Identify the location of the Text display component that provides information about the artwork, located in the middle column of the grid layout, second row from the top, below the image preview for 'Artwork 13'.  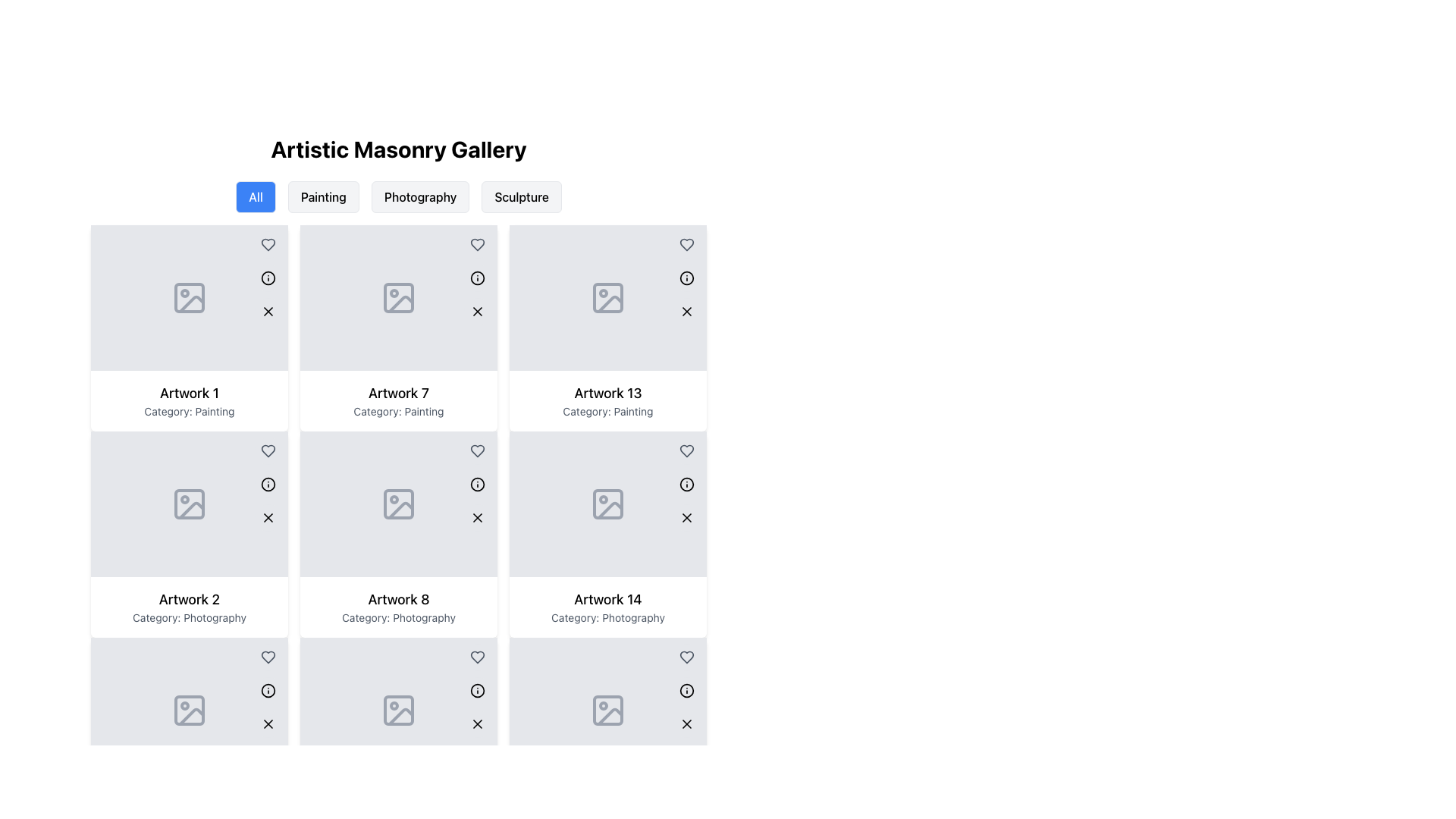
(607, 400).